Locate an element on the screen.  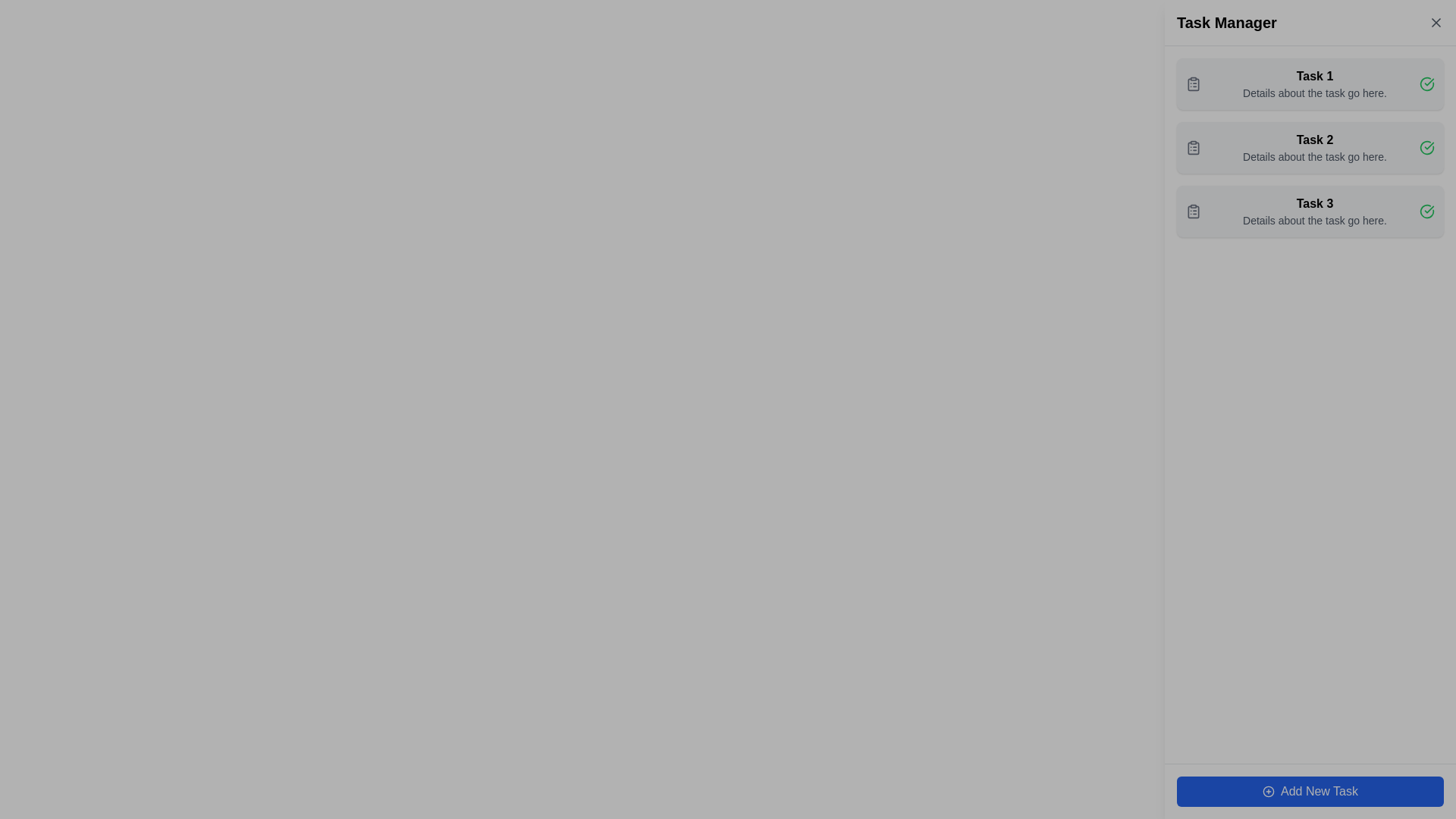
the clipboard icon representing a list in the first task card titled 'Task 1' located in the task management section is located at coordinates (1193, 84).